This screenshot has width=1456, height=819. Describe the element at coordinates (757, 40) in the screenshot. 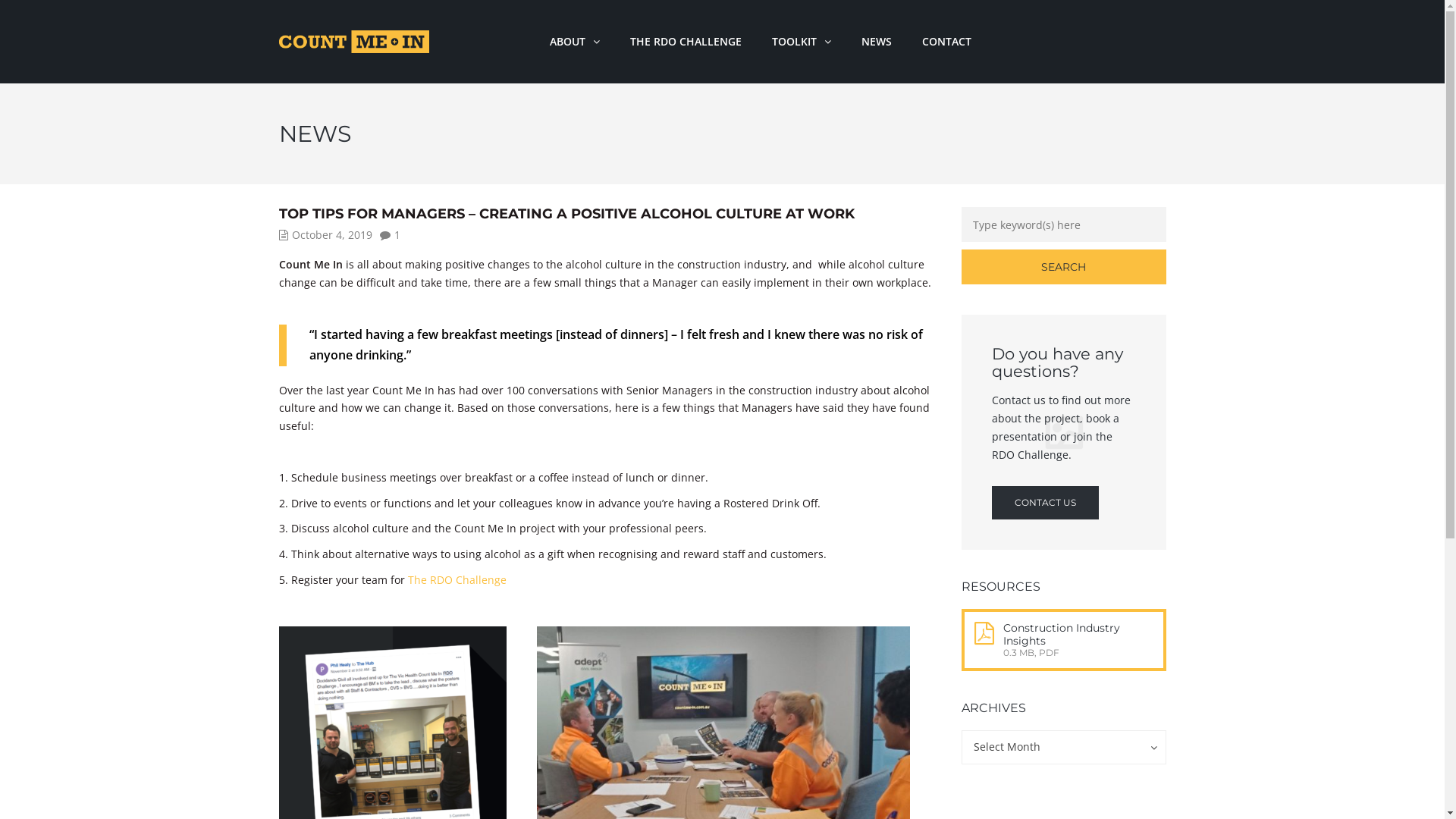

I see `'TOOLKIT'` at that location.